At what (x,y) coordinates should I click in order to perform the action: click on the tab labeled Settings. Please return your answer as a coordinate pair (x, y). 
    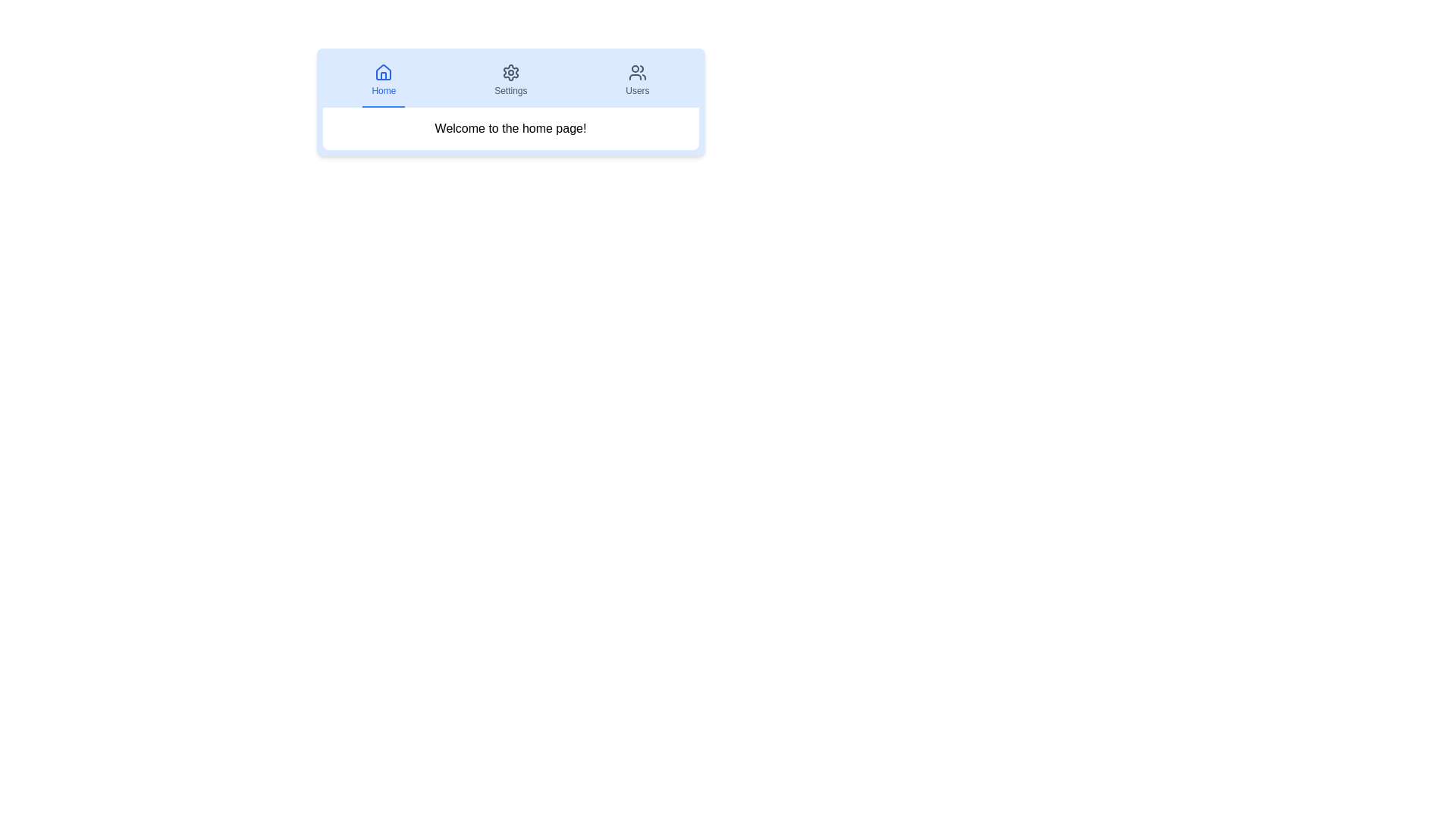
    Looking at the image, I should click on (510, 81).